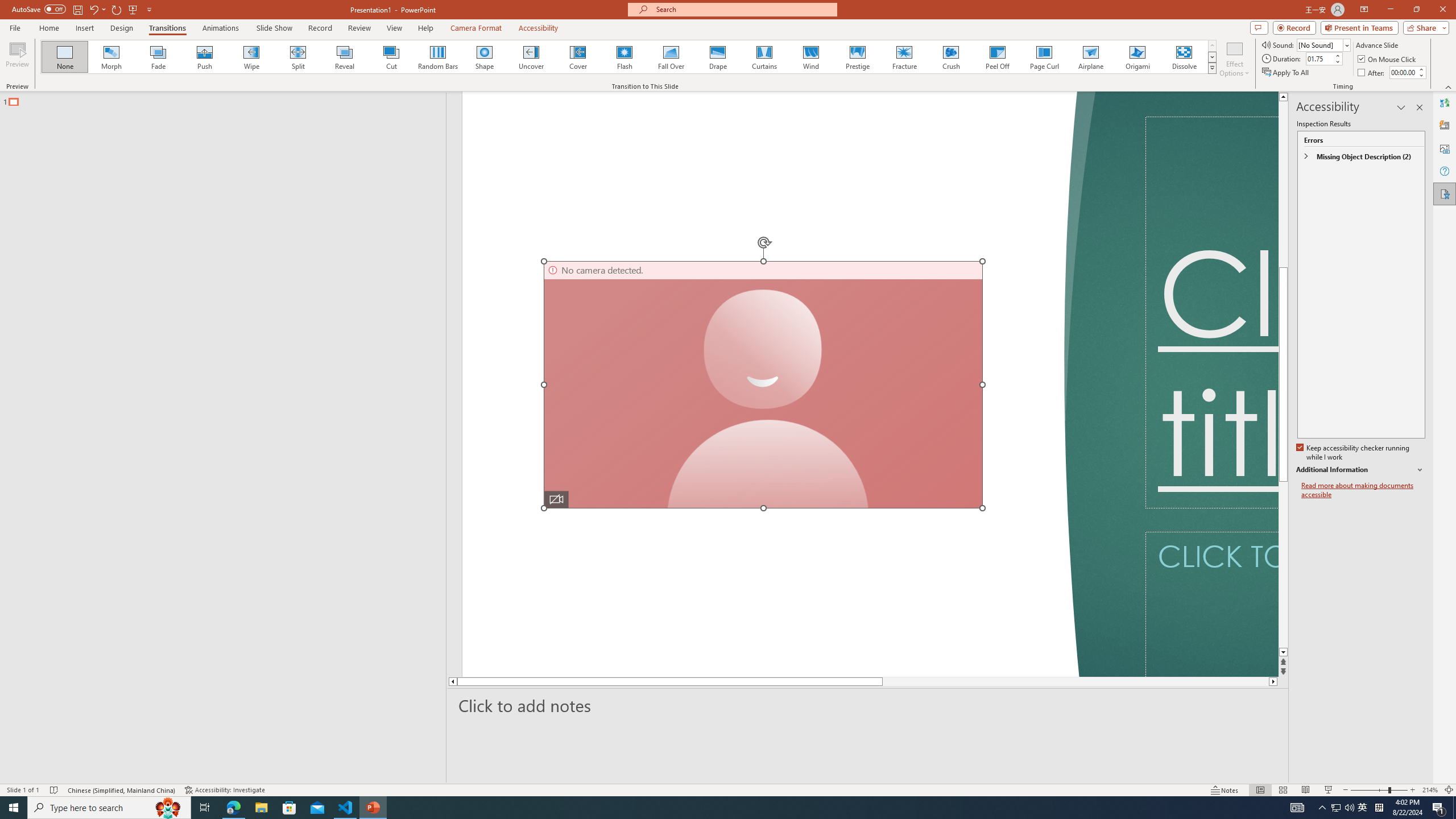  What do you see at coordinates (868, 705) in the screenshot?
I see `'Slide Notes'` at bounding box center [868, 705].